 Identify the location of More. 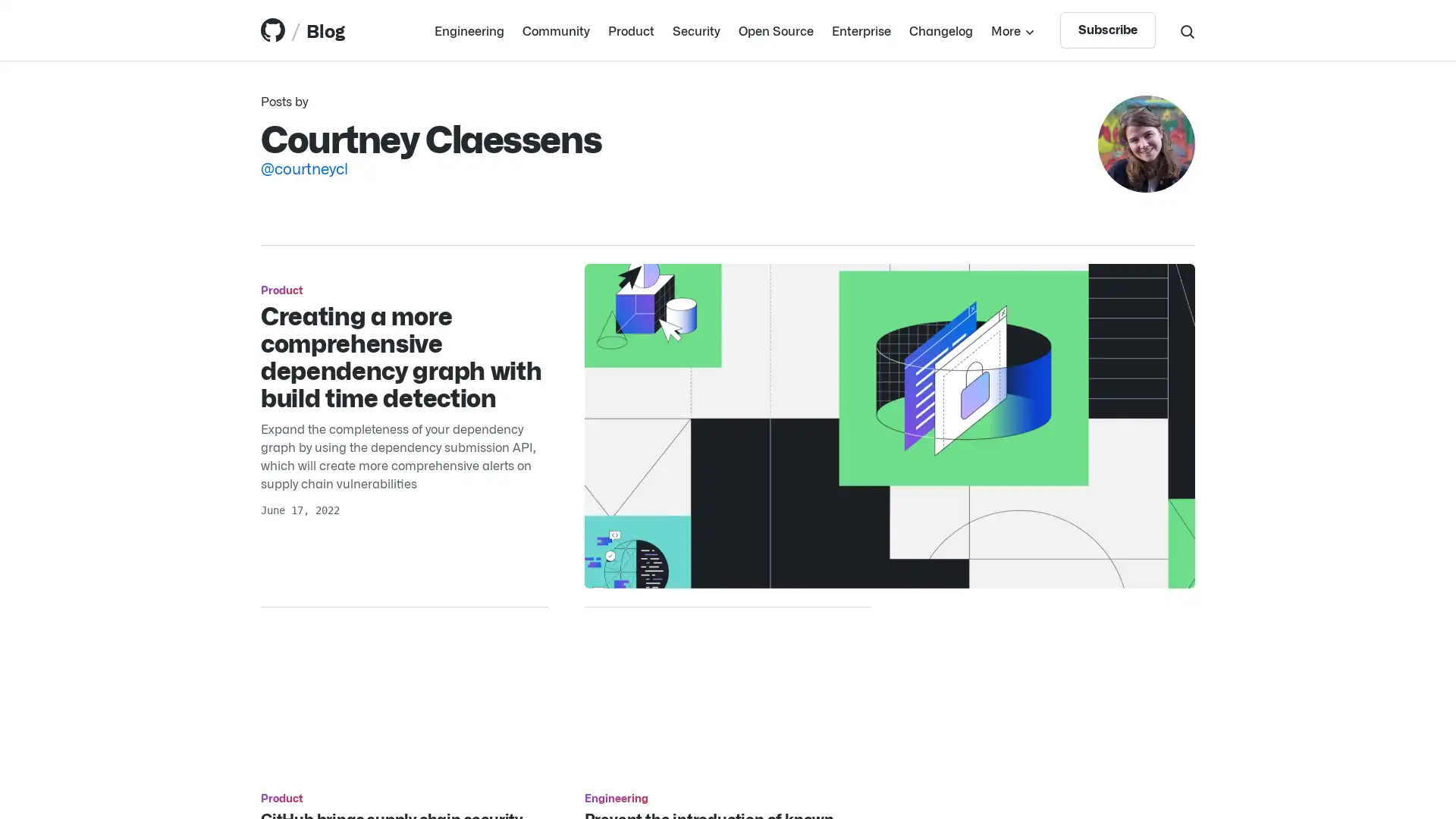
(1013, 29).